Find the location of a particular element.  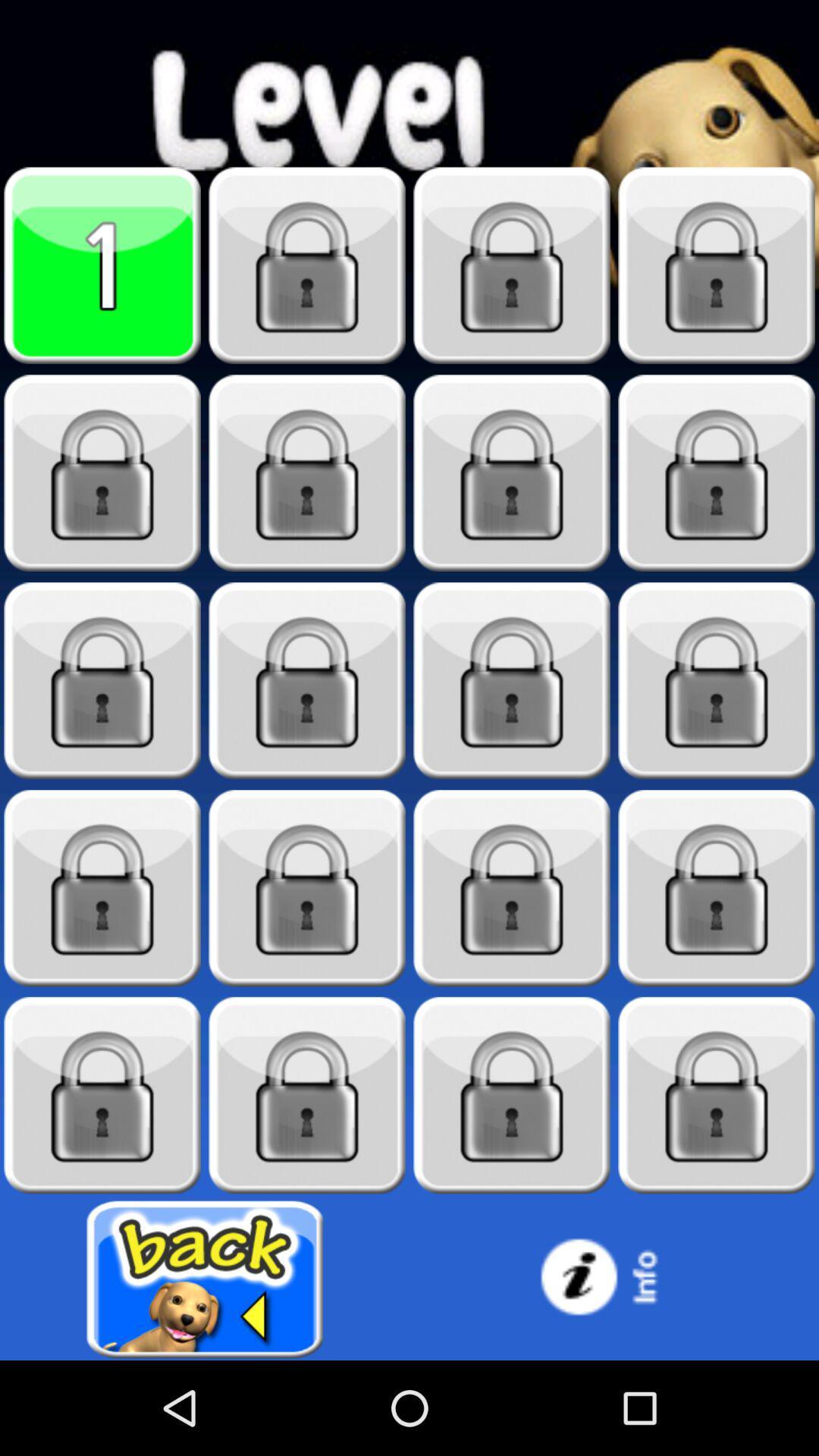

locked level is located at coordinates (102, 472).